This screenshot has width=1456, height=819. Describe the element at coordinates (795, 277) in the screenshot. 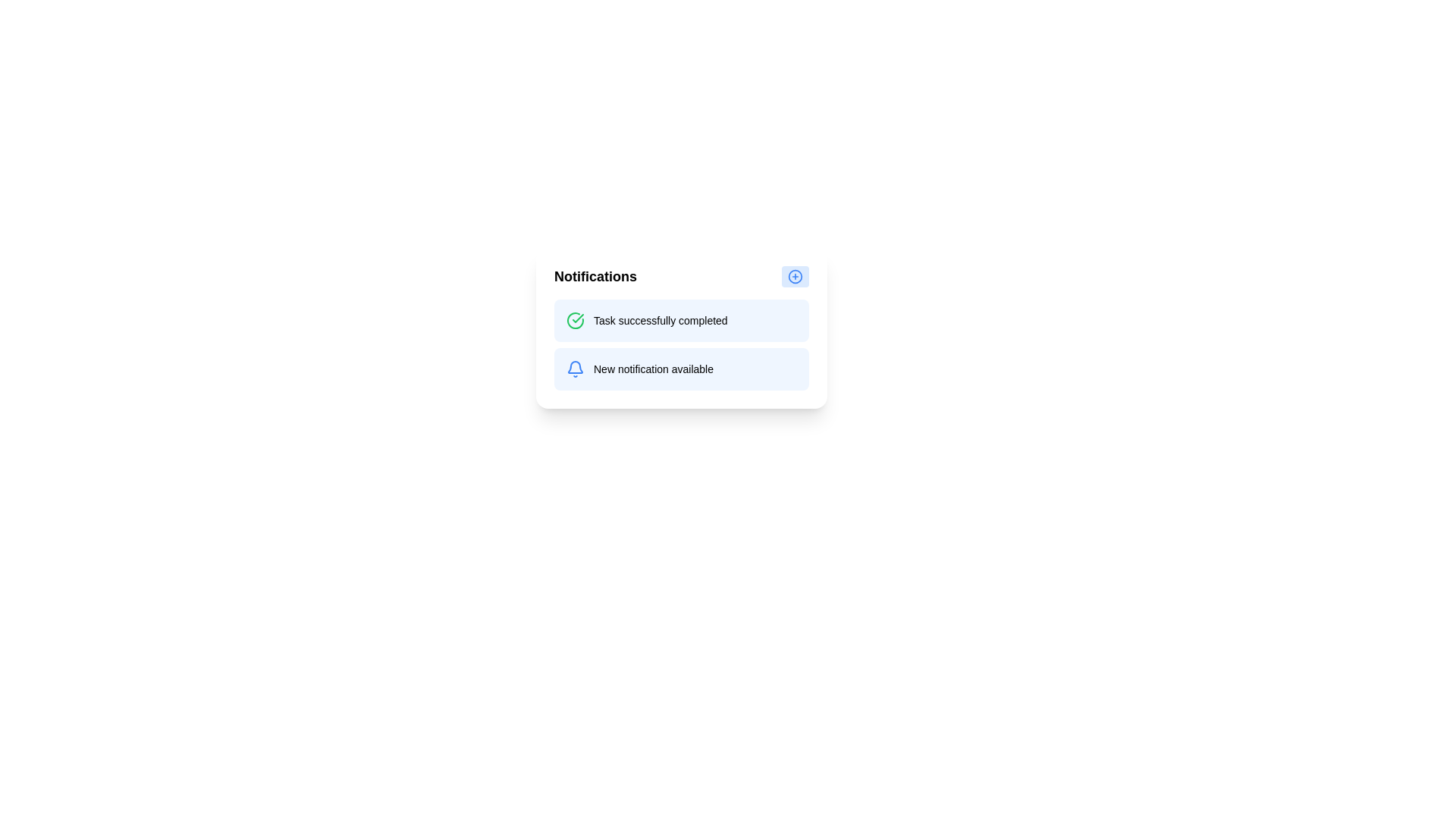

I see `the circular icon button with a plus symbol located in the top-right corner of the notification card` at that location.